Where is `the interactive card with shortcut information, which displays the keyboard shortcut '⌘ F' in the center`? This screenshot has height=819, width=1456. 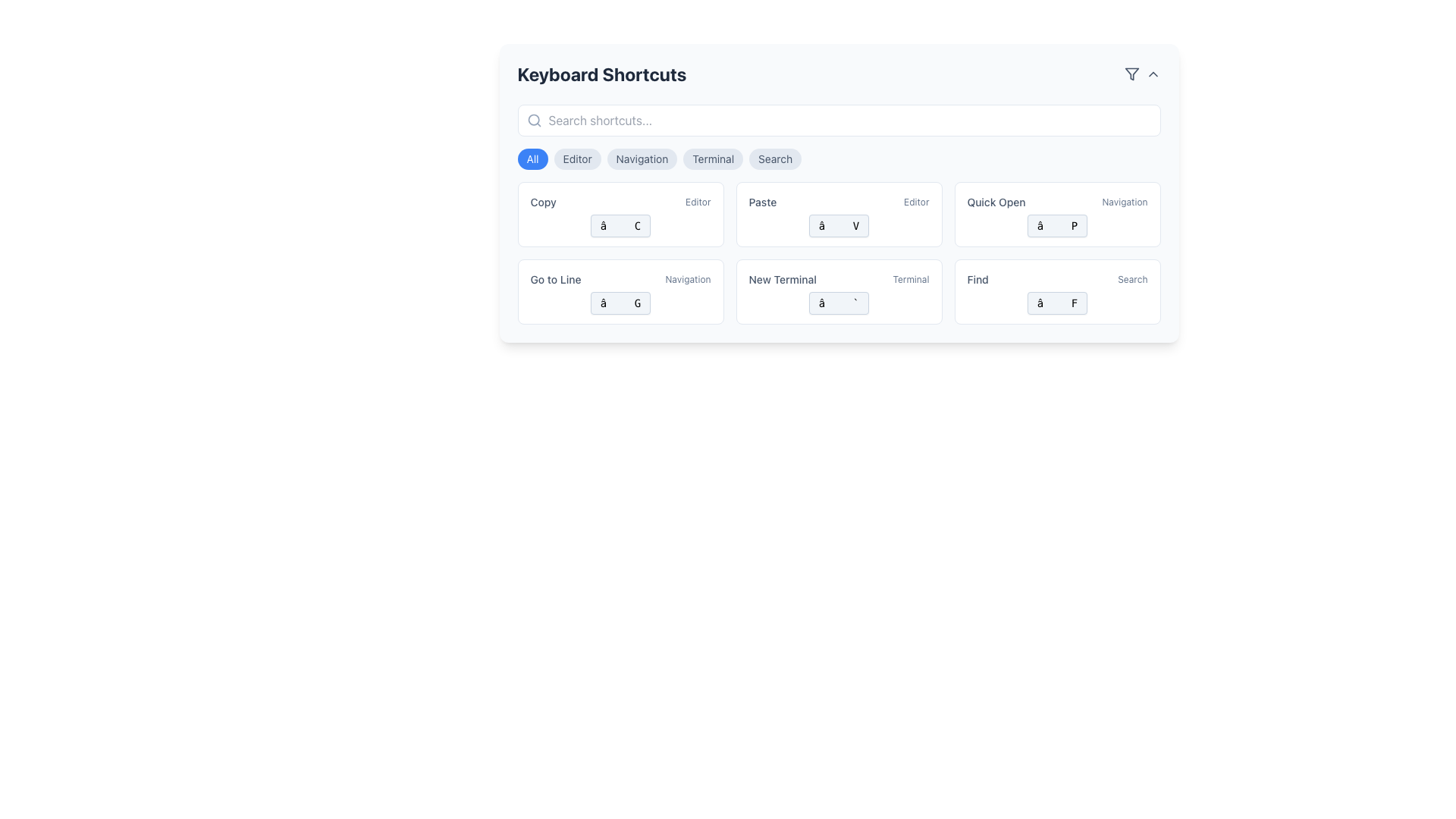
the interactive card with shortcut information, which displays the keyboard shortcut '⌘ F' in the center is located at coordinates (1056, 292).